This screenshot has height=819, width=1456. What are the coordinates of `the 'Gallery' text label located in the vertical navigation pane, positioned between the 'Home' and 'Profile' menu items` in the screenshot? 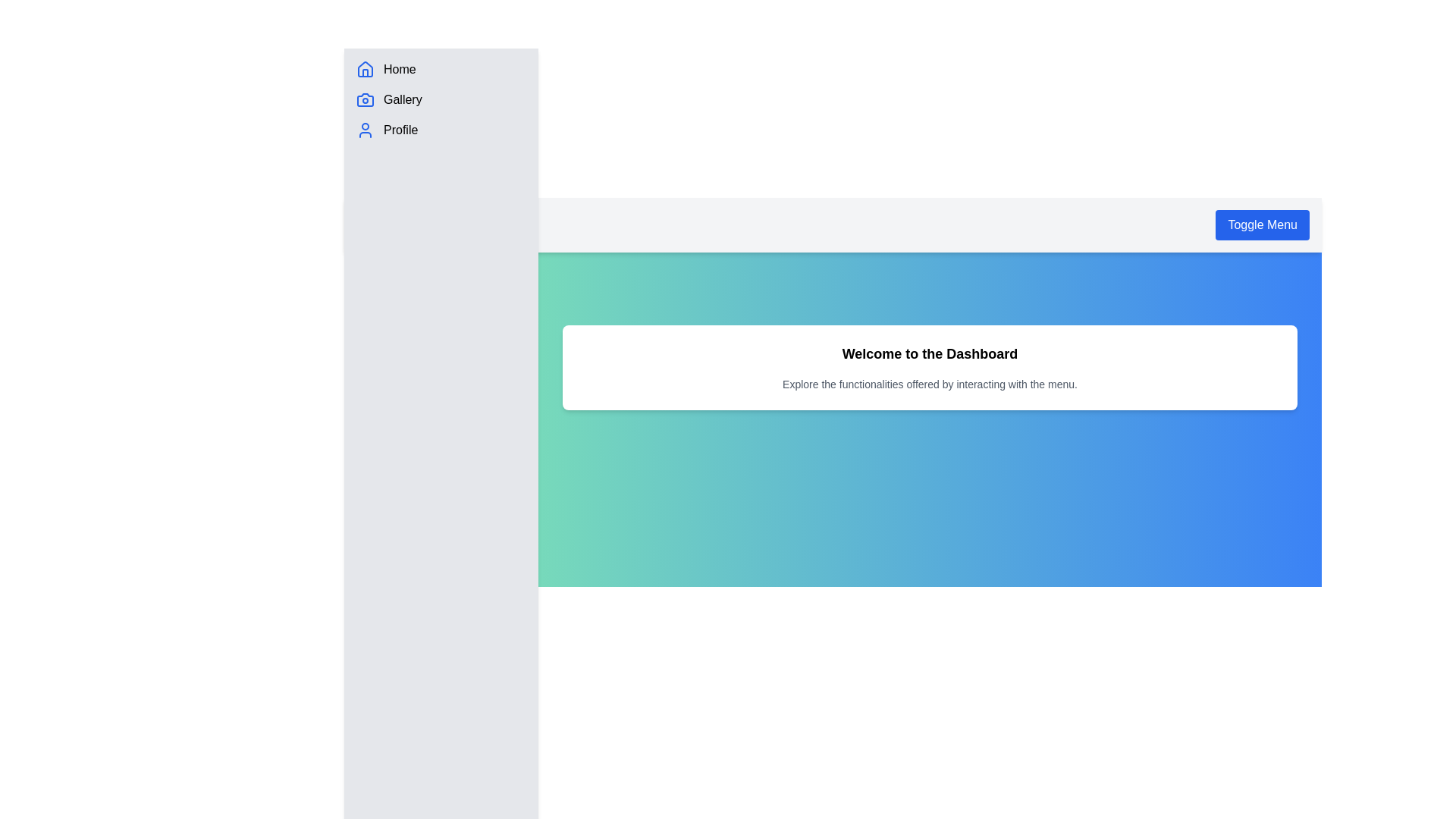 It's located at (403, 99).